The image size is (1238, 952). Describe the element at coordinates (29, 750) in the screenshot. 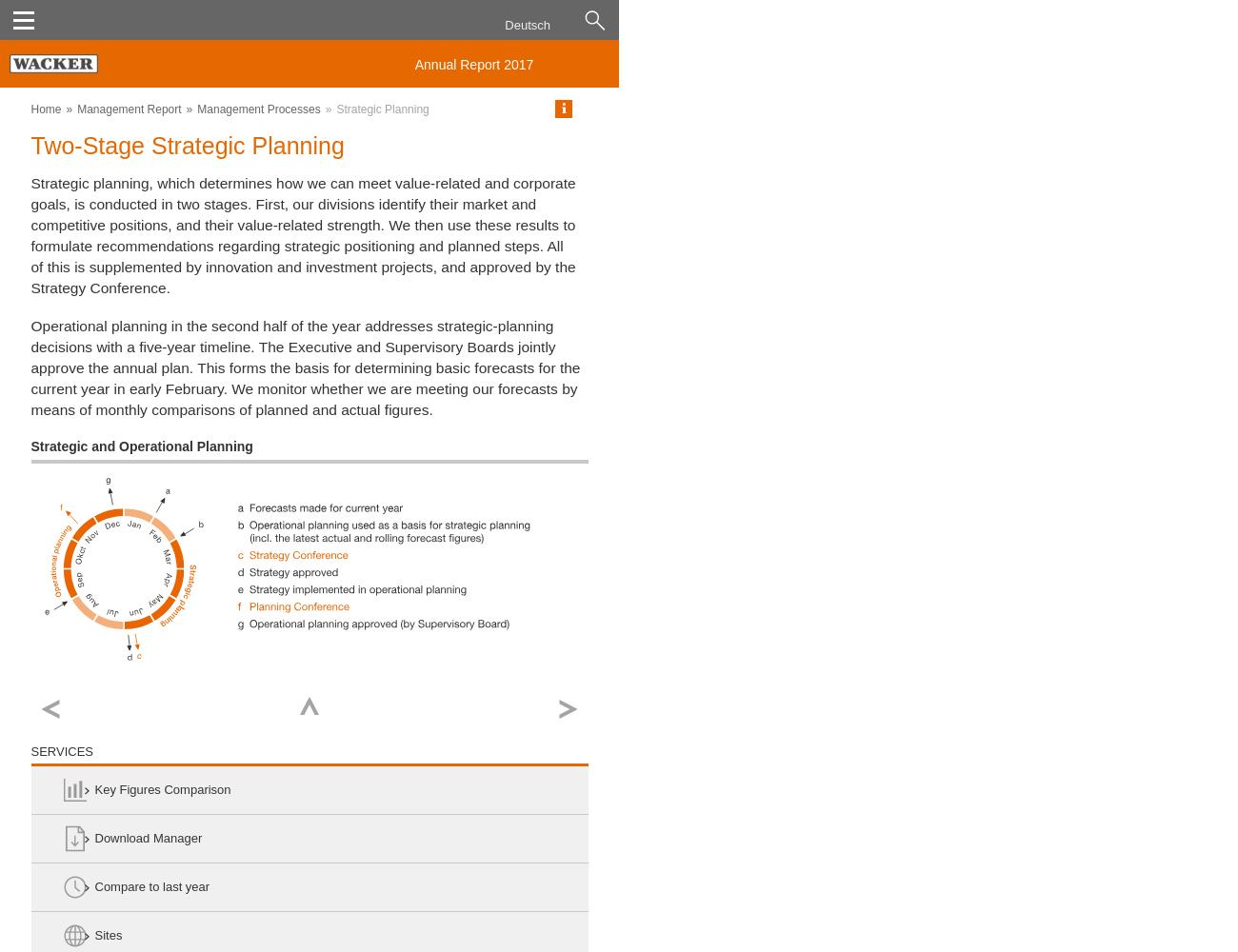

I see `'Services'` at that location.